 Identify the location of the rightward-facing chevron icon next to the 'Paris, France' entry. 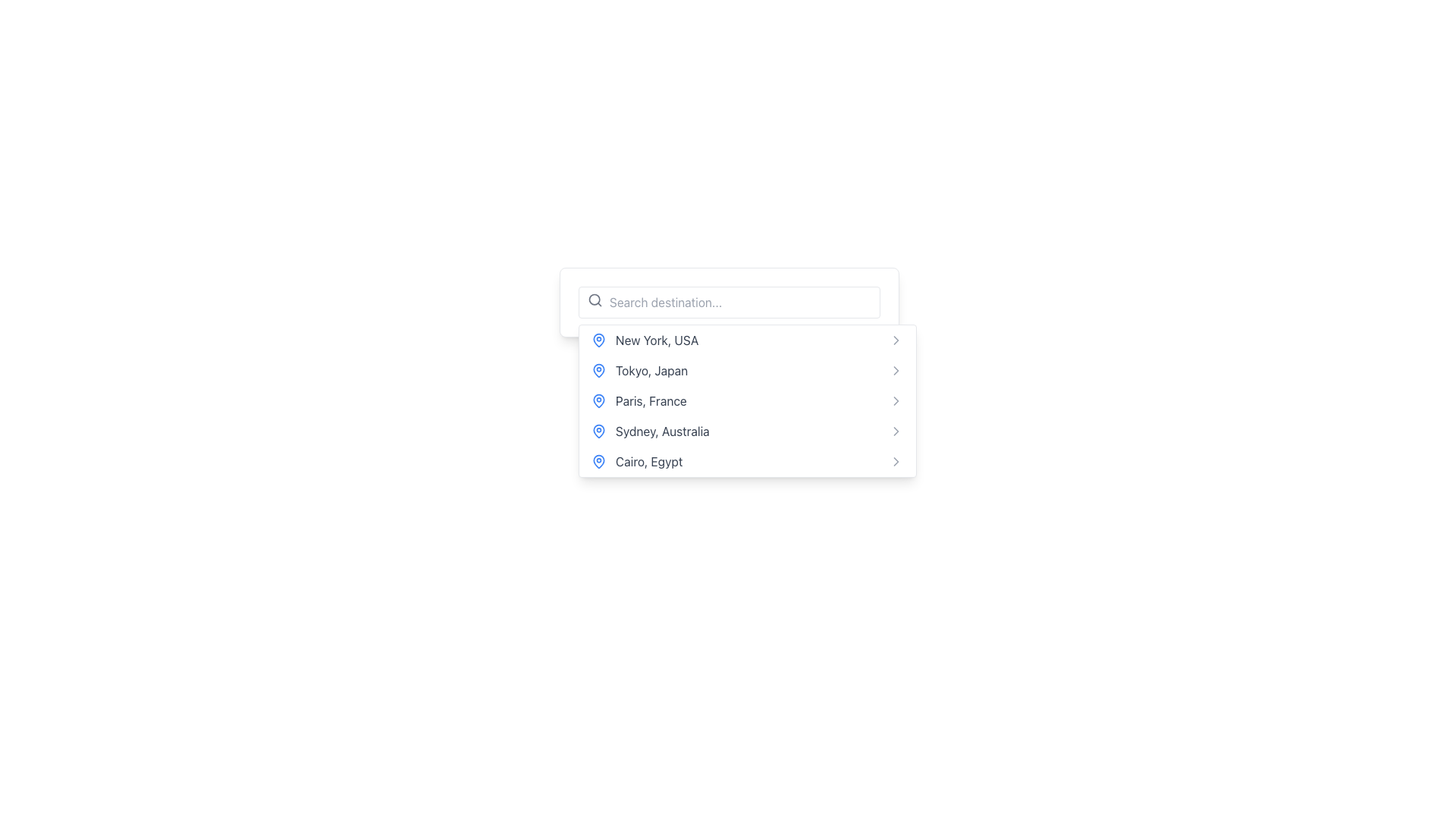
(896, 400).